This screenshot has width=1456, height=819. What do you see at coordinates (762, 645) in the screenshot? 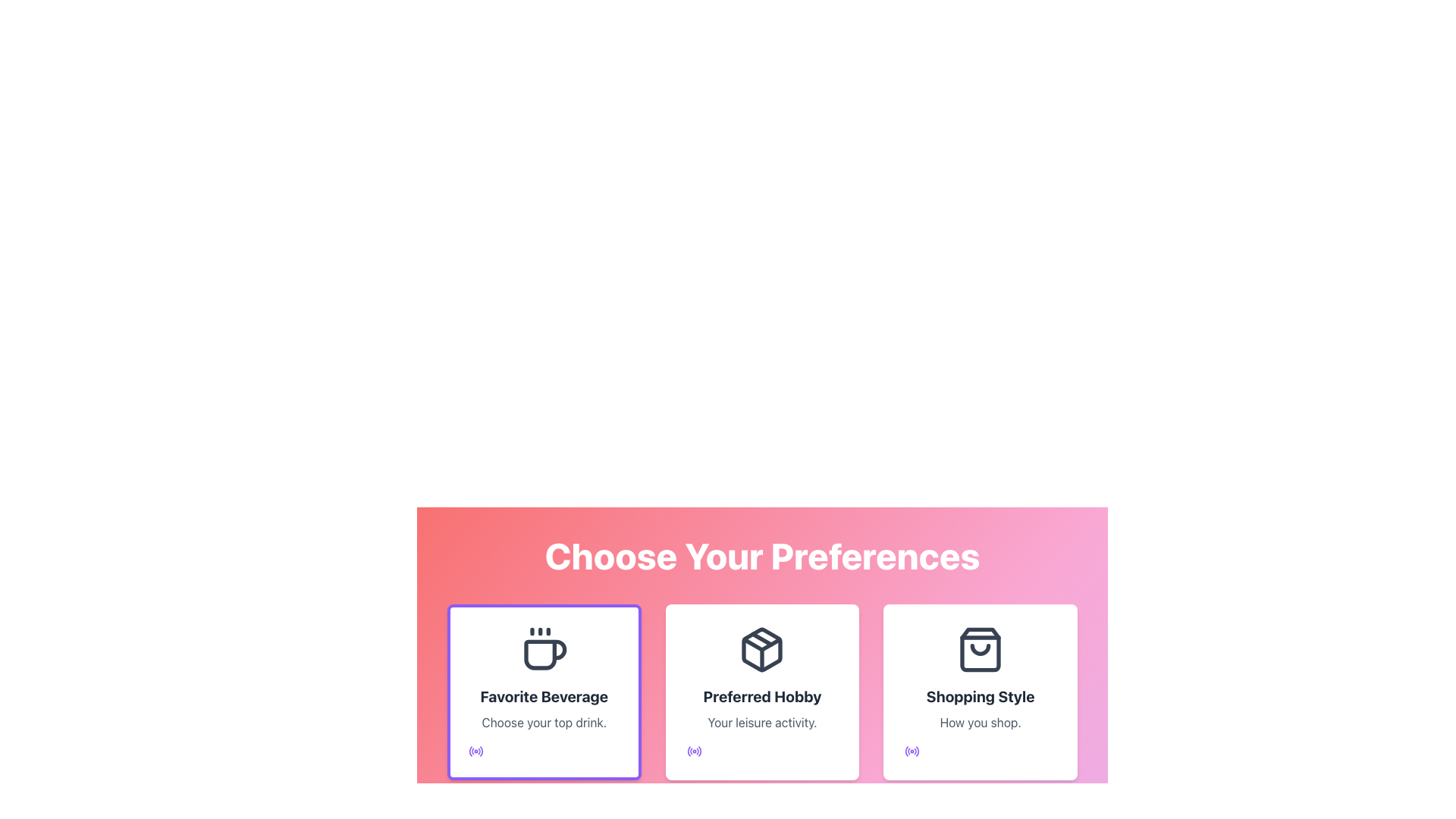
I see `the small triangular section of the 'Preferred Hobby' icon, which represents the top triangular flap of the box` at bounding box center [762, 645].